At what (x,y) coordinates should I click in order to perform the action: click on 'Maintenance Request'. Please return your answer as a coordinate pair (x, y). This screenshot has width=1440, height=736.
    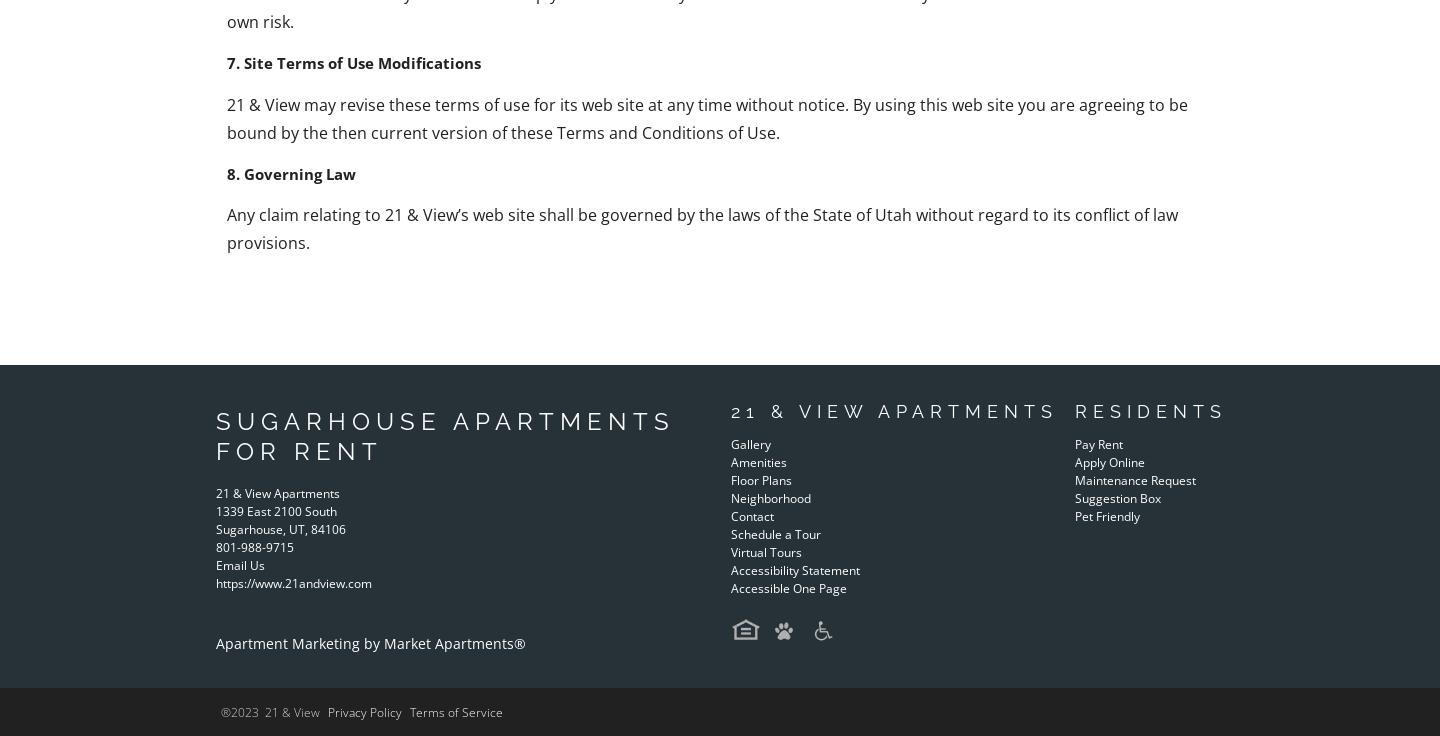
    Looking at the image, I should click on (1133, 478).